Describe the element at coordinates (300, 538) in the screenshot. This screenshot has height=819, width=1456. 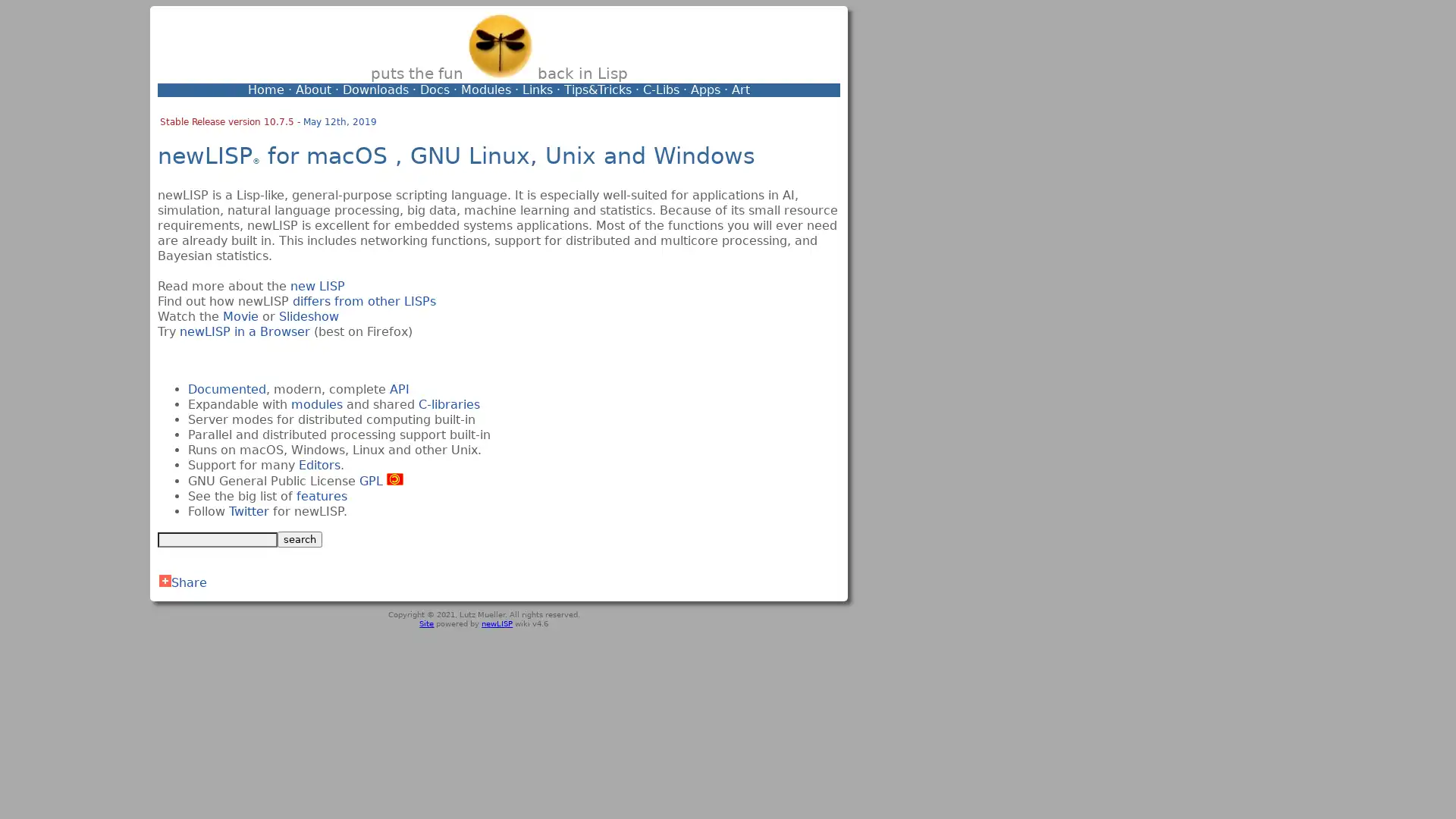
I see `search` at that location.